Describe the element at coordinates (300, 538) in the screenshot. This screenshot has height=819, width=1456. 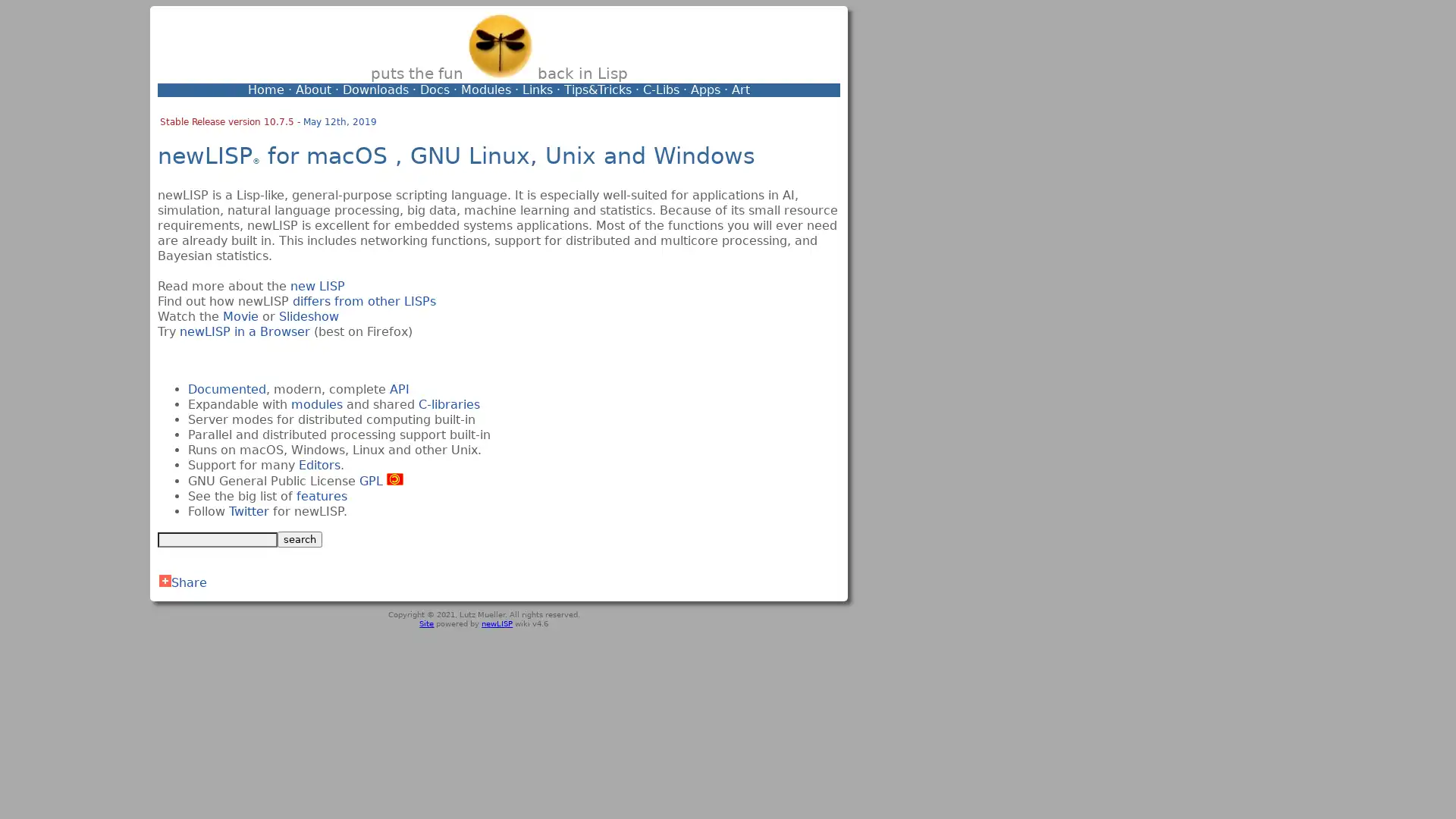
I see `search` at that location.